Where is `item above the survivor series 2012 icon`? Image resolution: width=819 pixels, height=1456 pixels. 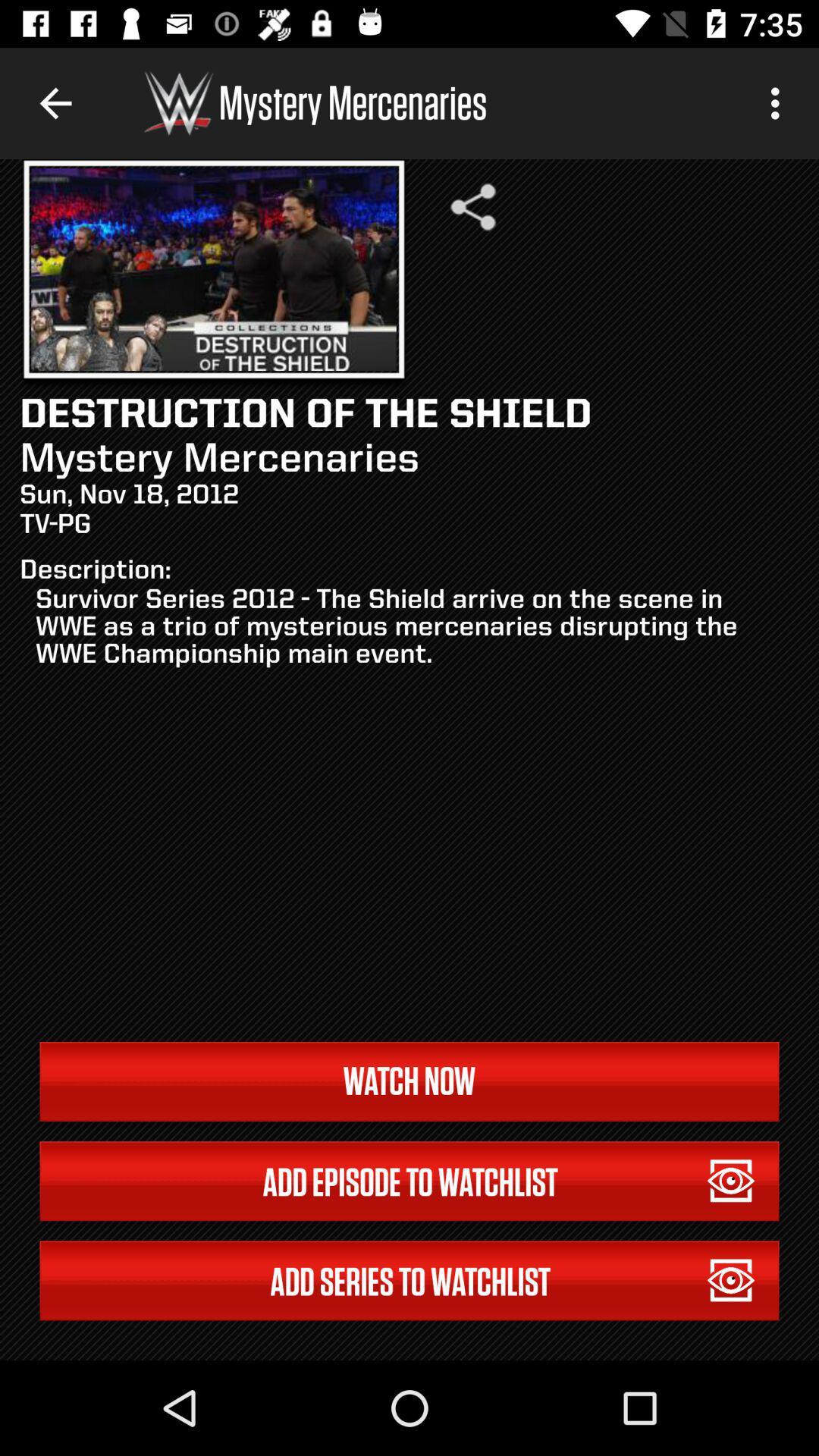 item above the survivor series 2012 icon is located at coordinates (779, 102).